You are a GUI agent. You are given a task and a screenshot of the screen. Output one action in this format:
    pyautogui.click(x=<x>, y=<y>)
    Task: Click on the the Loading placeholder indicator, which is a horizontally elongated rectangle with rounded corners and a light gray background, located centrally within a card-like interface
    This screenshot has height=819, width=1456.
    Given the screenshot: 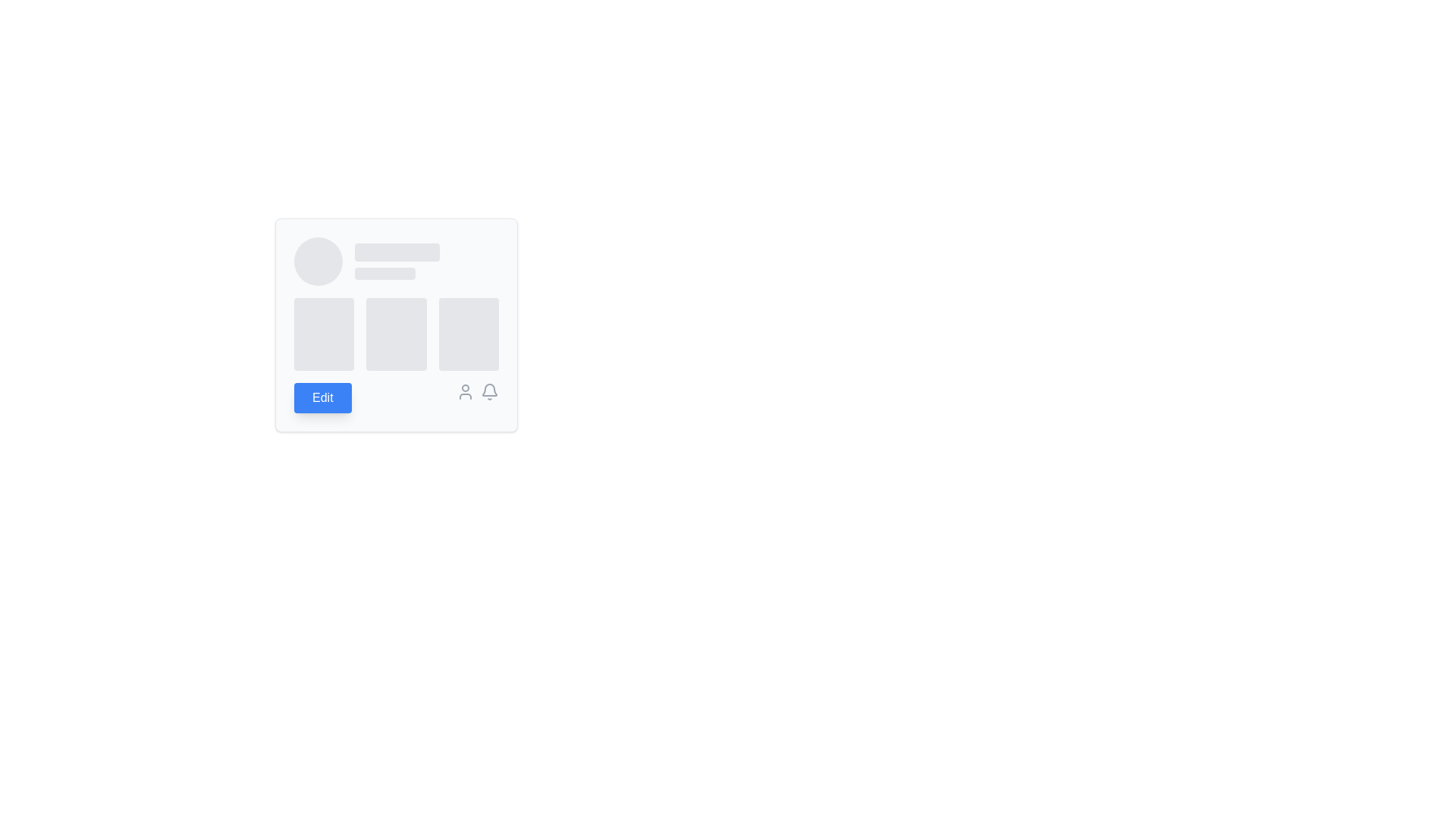 What is the action you would take?
    pyautogui.click(x=397, y=251)
    